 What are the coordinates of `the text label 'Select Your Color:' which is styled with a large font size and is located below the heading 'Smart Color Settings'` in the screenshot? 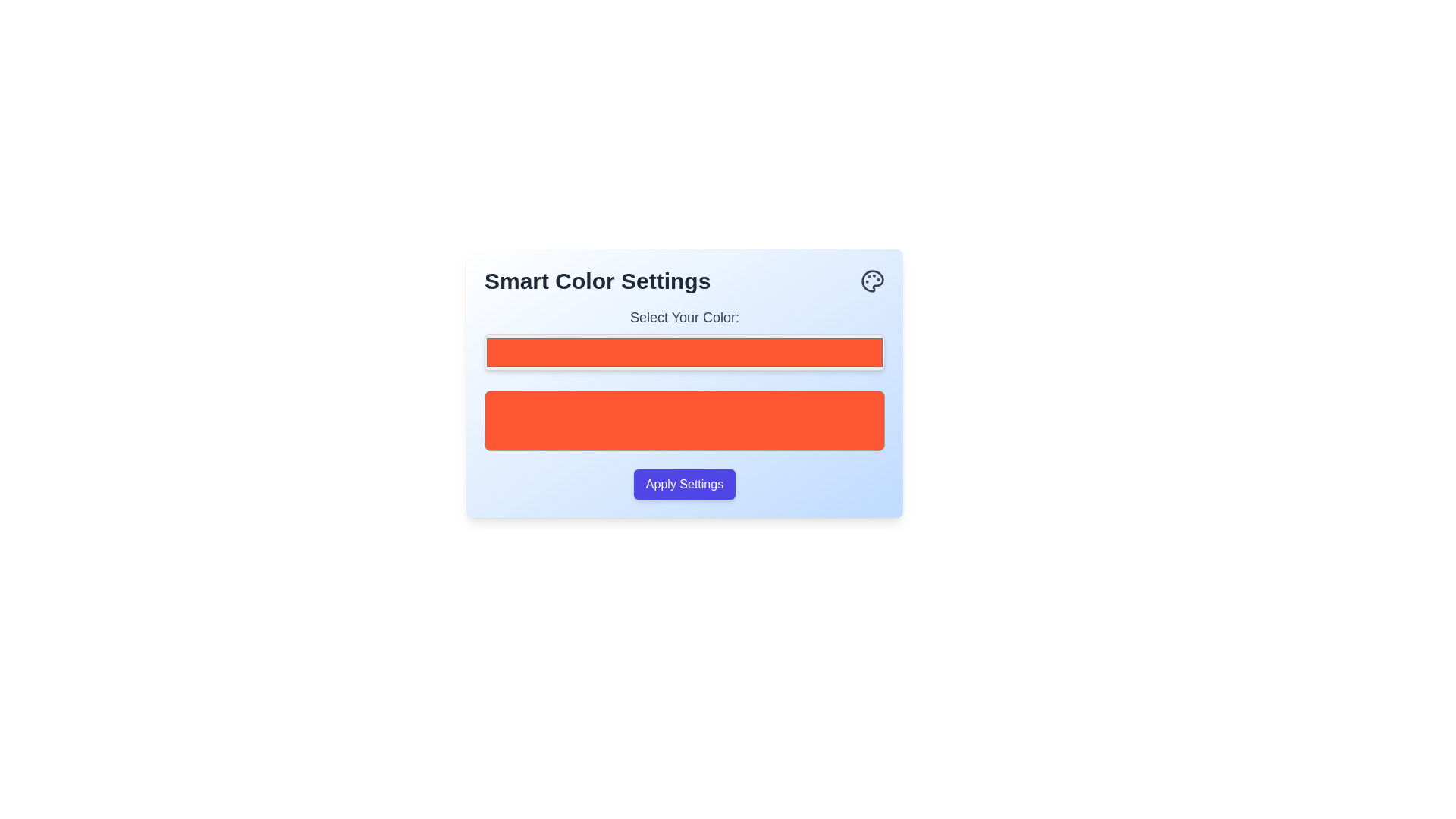 It's located at (683, 317).